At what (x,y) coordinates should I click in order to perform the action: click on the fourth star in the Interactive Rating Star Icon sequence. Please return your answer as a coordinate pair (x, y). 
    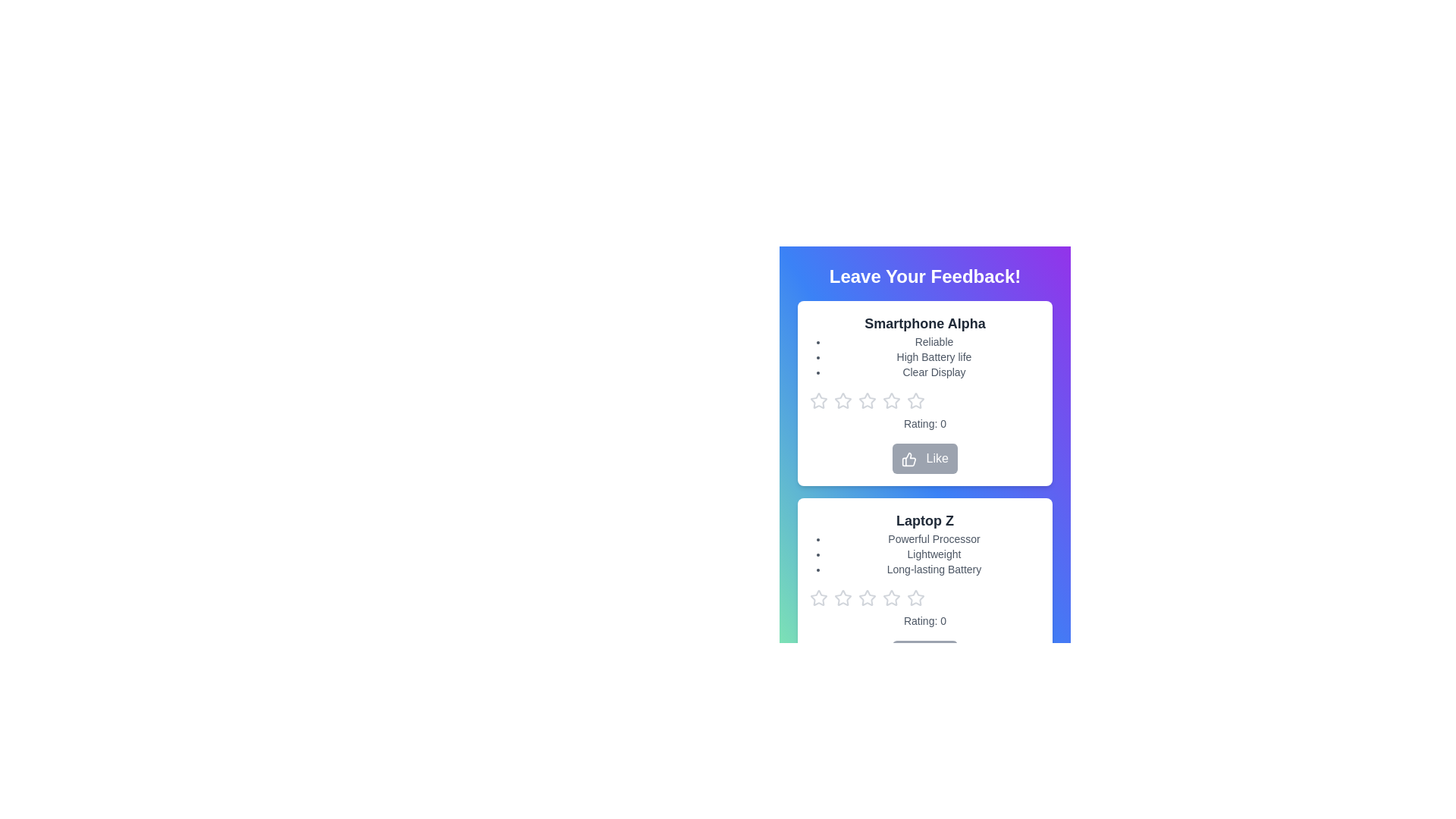
    Looking at the image, I should click on (915, 400).